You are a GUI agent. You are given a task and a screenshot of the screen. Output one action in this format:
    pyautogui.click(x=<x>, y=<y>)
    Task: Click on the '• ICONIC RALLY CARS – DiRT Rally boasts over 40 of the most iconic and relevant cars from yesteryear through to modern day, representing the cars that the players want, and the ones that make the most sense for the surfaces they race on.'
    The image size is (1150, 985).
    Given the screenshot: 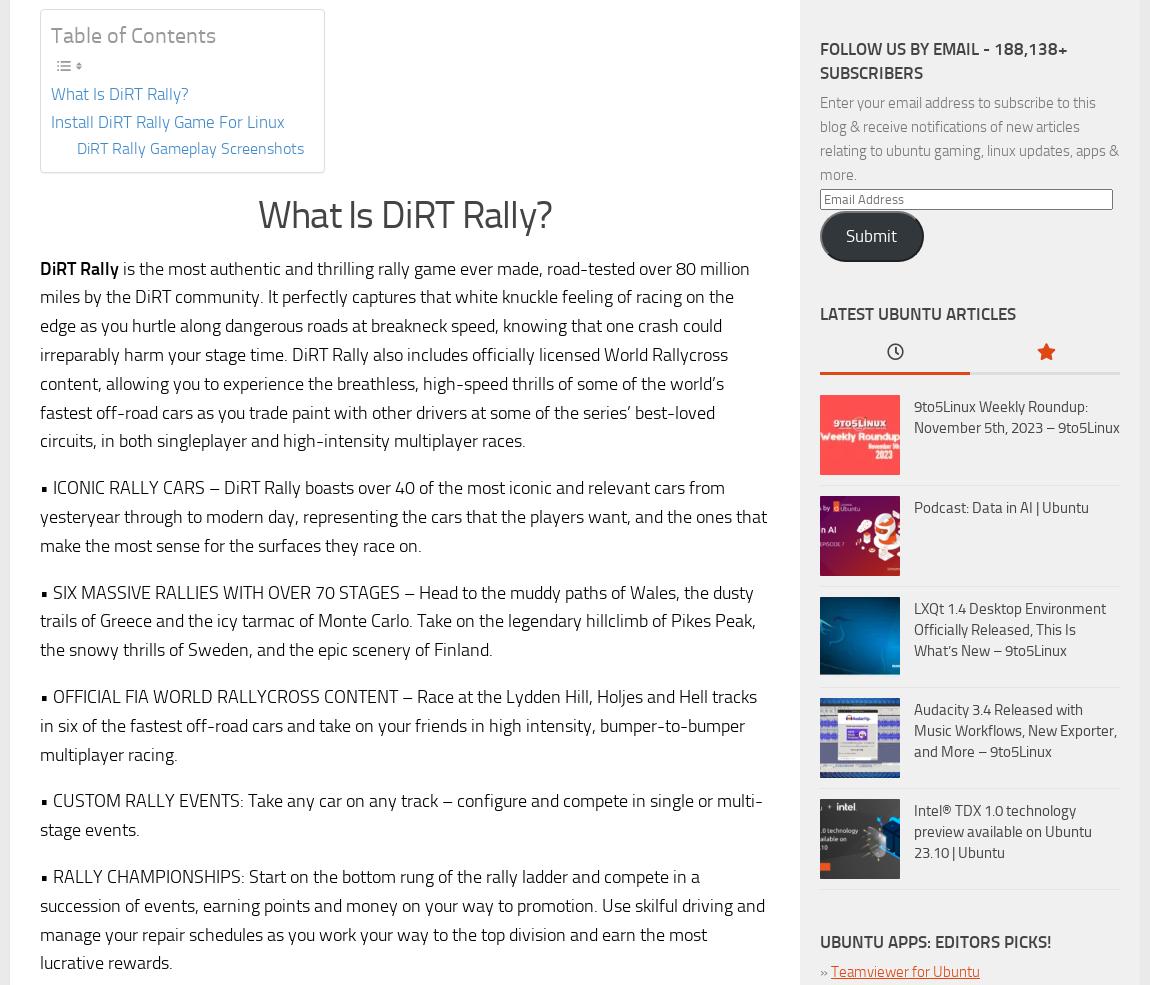 What is the action you would take?
    pyautogui.click(x=403, y=516)
    